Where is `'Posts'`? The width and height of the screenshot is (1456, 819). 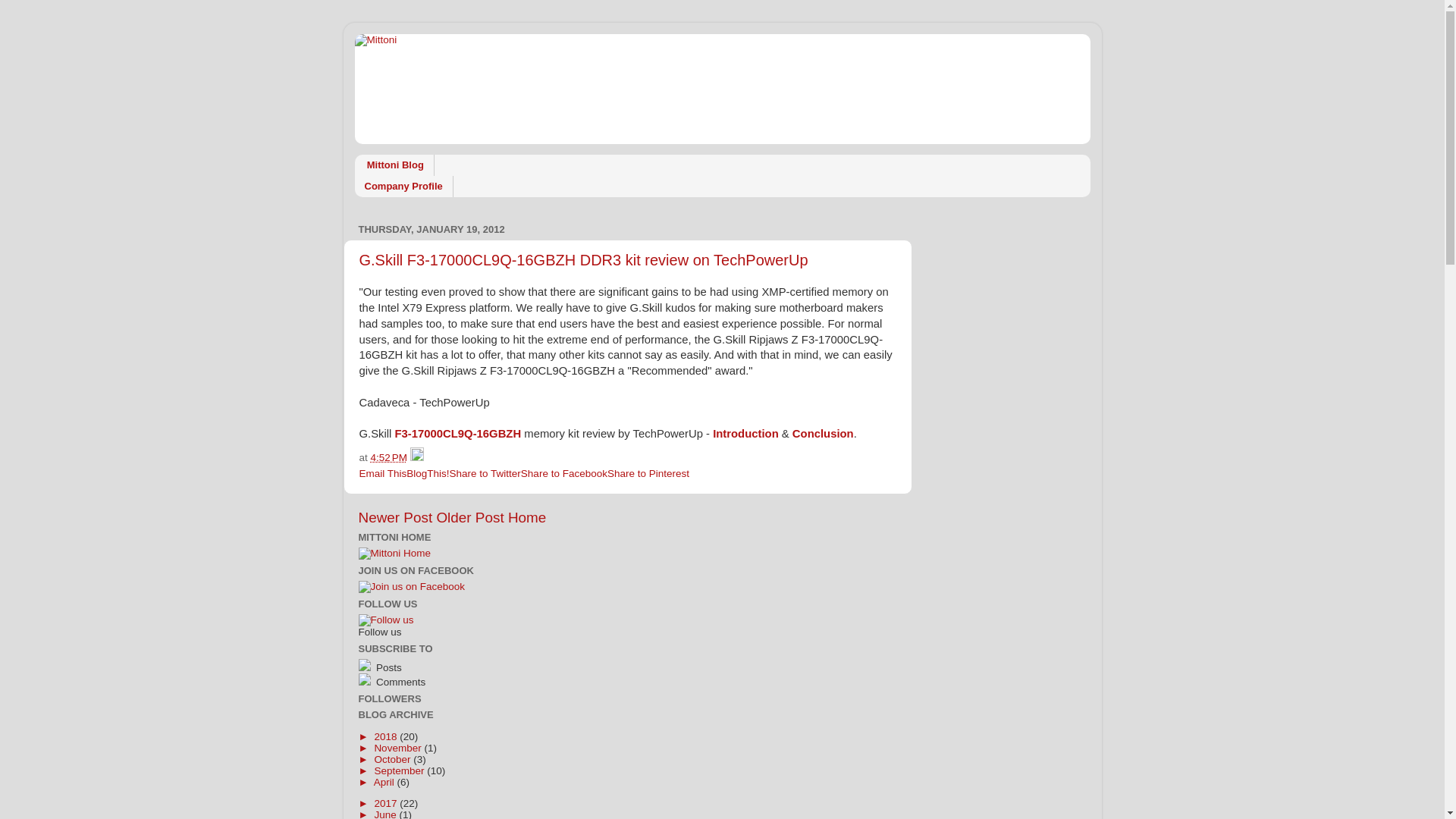 'Posts' is located at coordinates (387, 667).